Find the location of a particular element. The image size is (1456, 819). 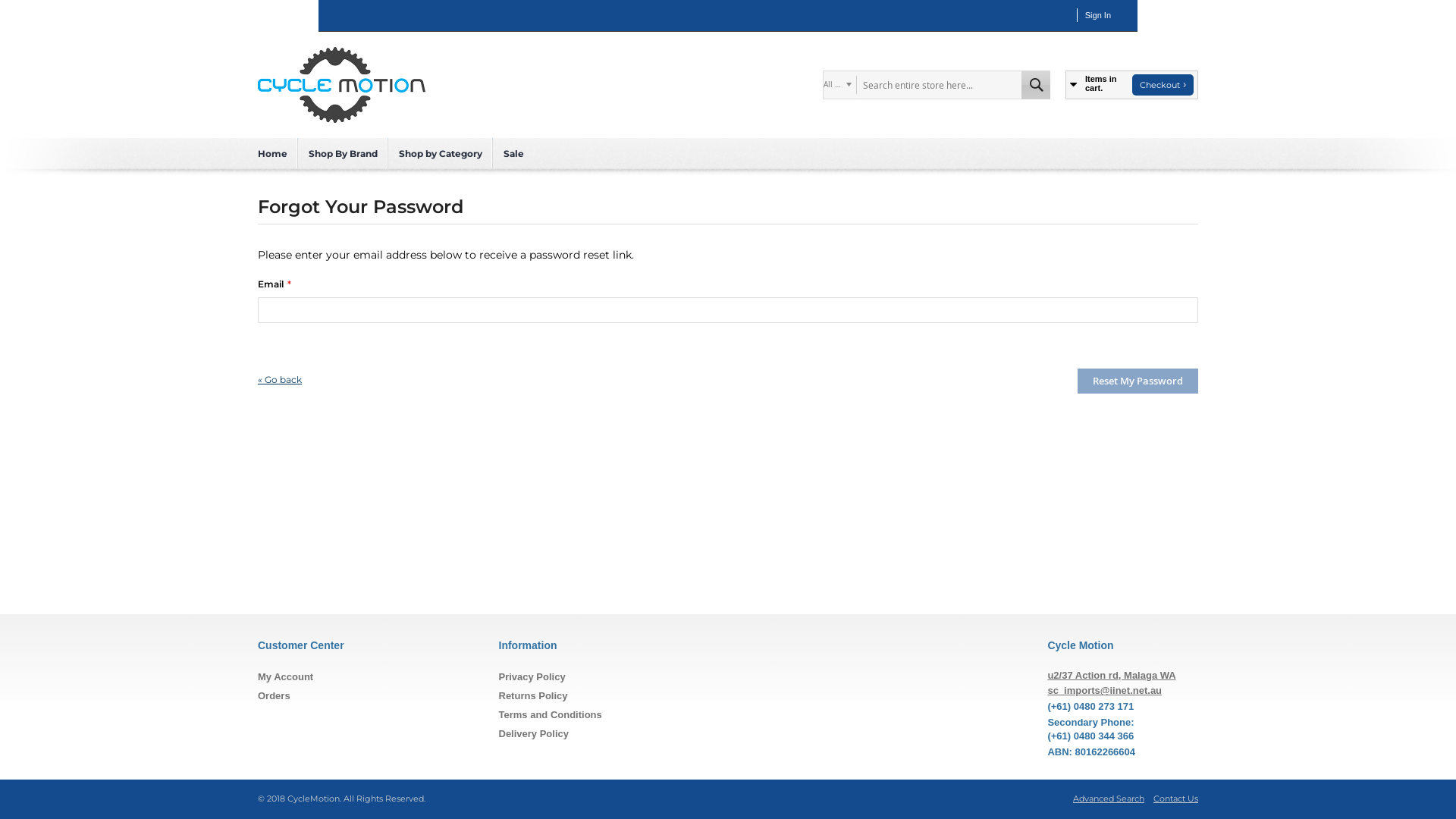

'Checkout' is located at coordinates (1162, 84).